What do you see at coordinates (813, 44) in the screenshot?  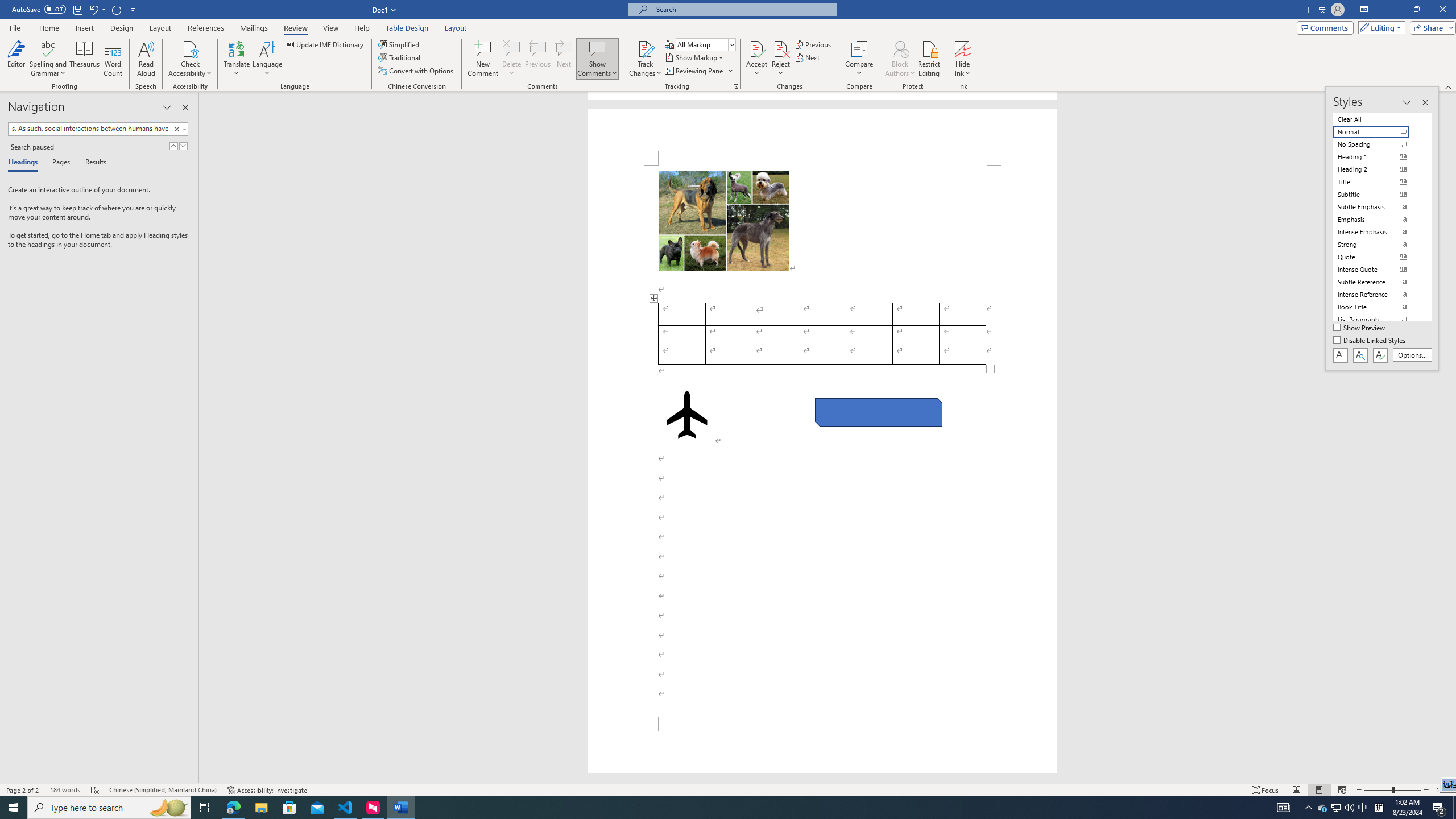 I see `'Previous'` at bounding box center [813, 44].